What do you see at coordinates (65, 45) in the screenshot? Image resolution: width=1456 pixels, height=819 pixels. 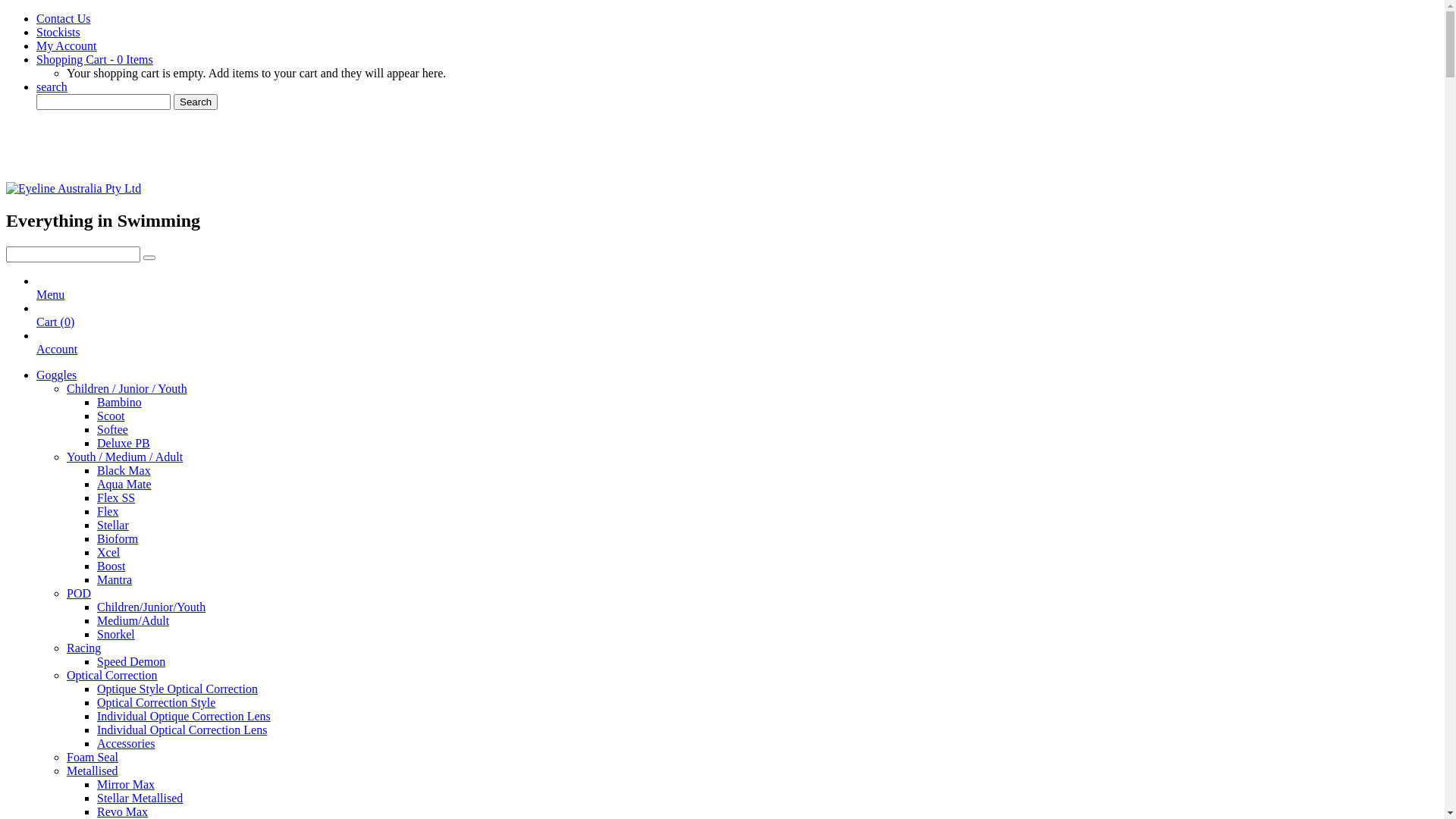 I see `'My Account'` at bounding box center [65, 45].